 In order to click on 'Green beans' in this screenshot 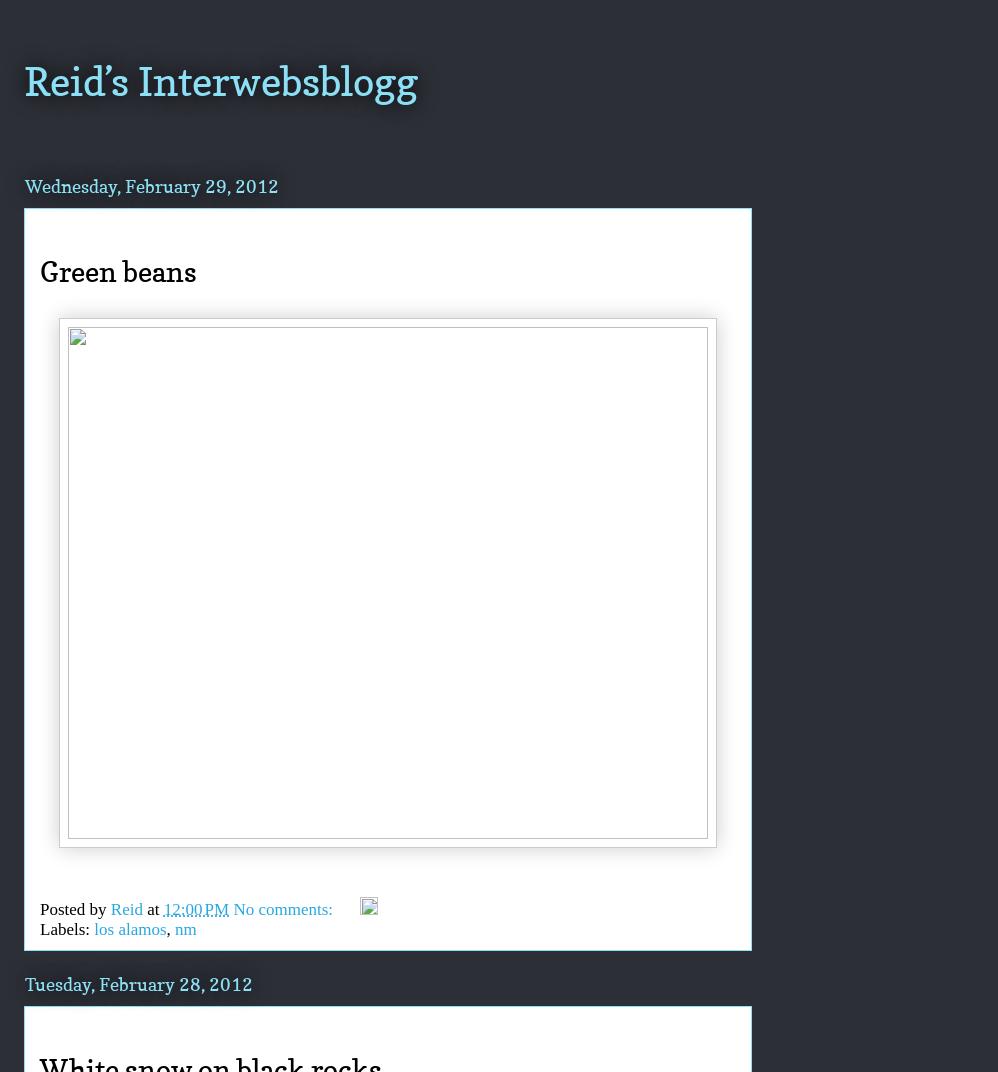, I will do `click(40, 270)`.